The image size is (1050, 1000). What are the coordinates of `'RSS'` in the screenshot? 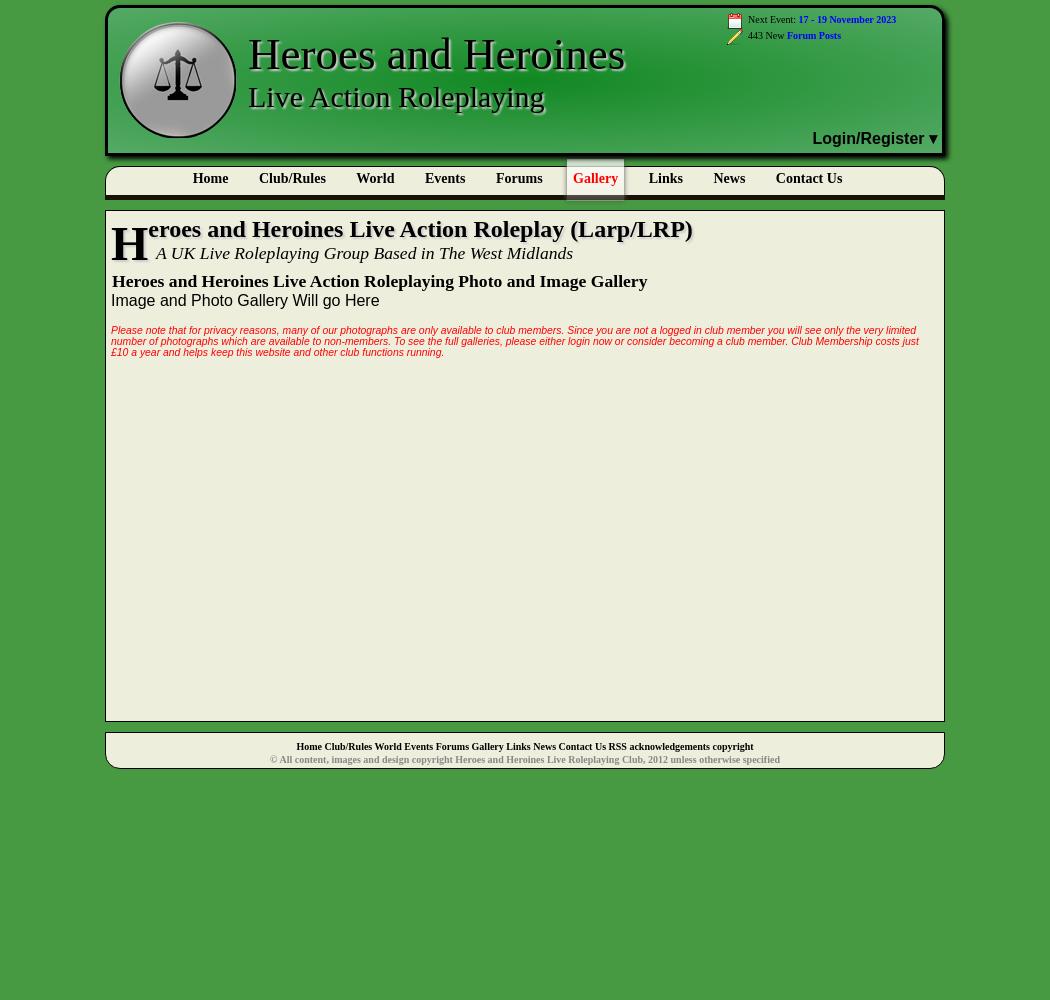 It's located at (616, 745).